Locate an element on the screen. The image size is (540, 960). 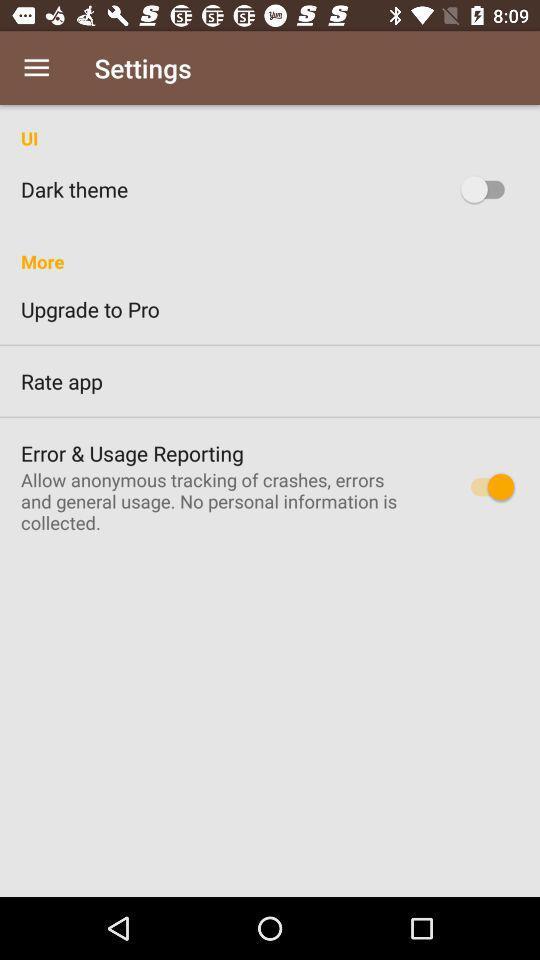
icon above the ui icon is located at coordinates (36, 68).